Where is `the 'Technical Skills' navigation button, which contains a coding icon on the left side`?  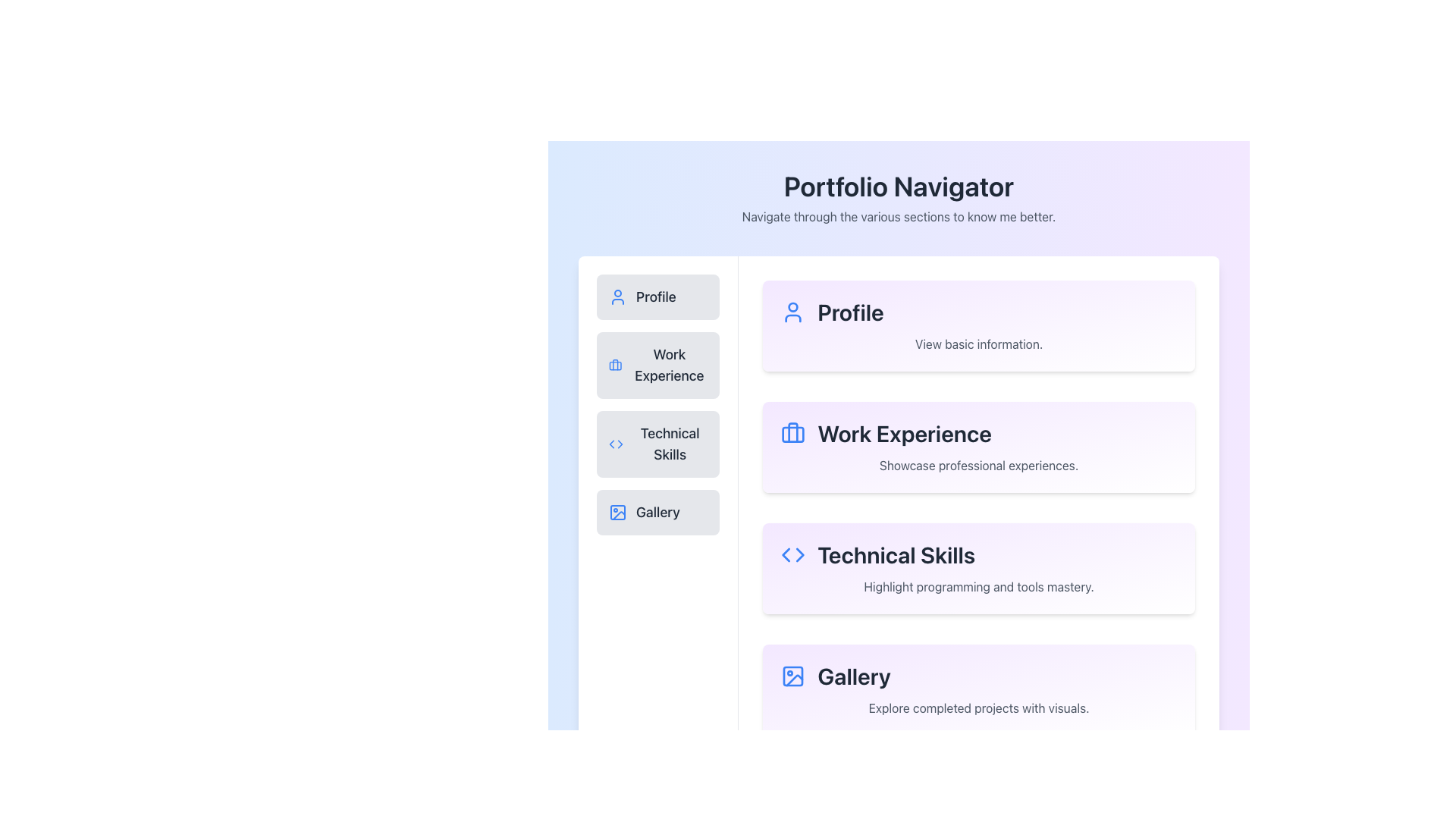
the 'Technical Skills' navigation button, which contains a coding icon on the left side is located at coordinates (616, 444).